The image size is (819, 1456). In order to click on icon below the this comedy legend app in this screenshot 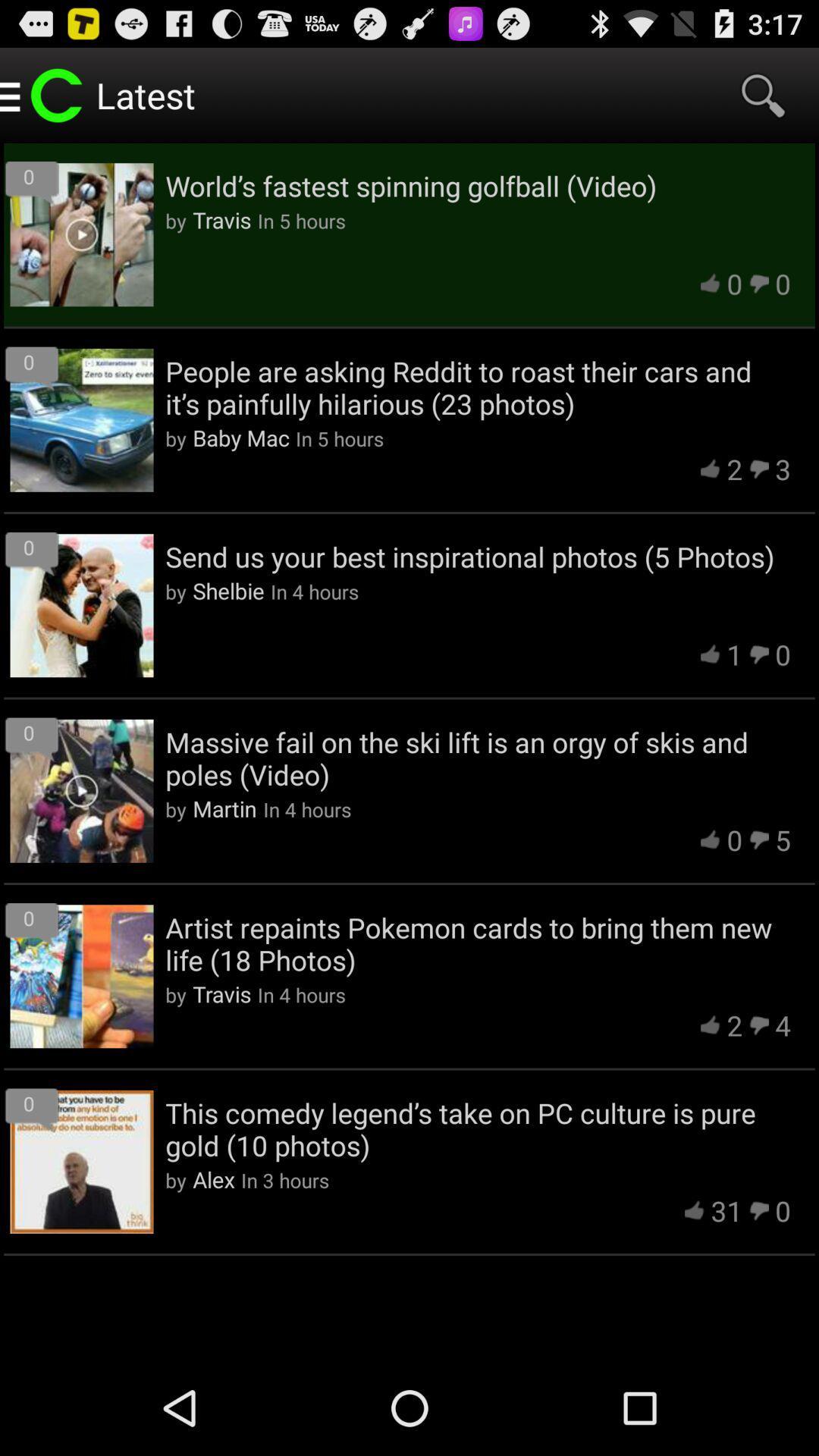, I will do `click(726, 1210)`.